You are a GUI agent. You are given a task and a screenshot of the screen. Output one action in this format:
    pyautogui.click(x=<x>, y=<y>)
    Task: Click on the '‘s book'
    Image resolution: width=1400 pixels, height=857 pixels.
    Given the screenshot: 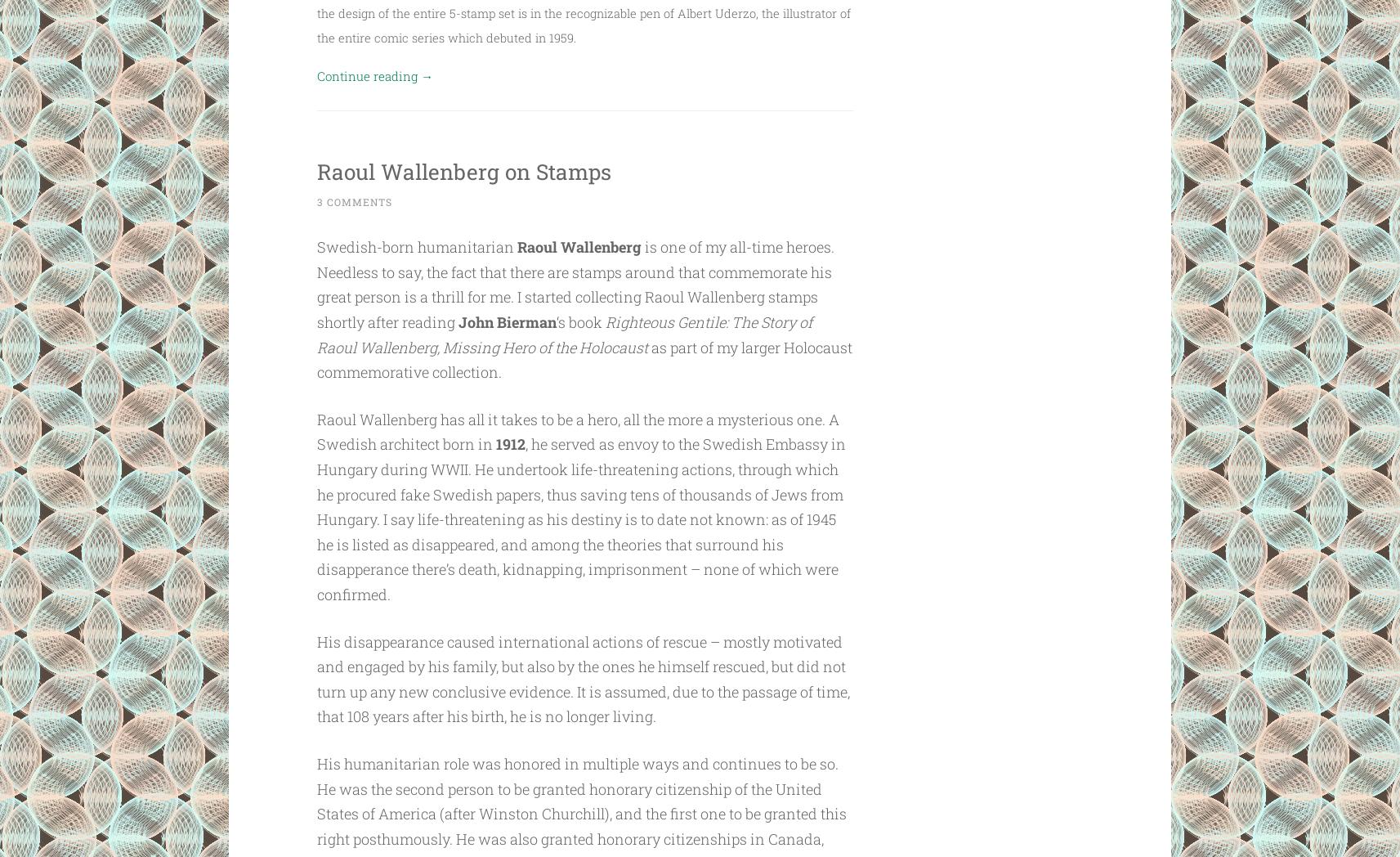 What is the action you would take?
    pyautogui.click(x=580, y=322)
    